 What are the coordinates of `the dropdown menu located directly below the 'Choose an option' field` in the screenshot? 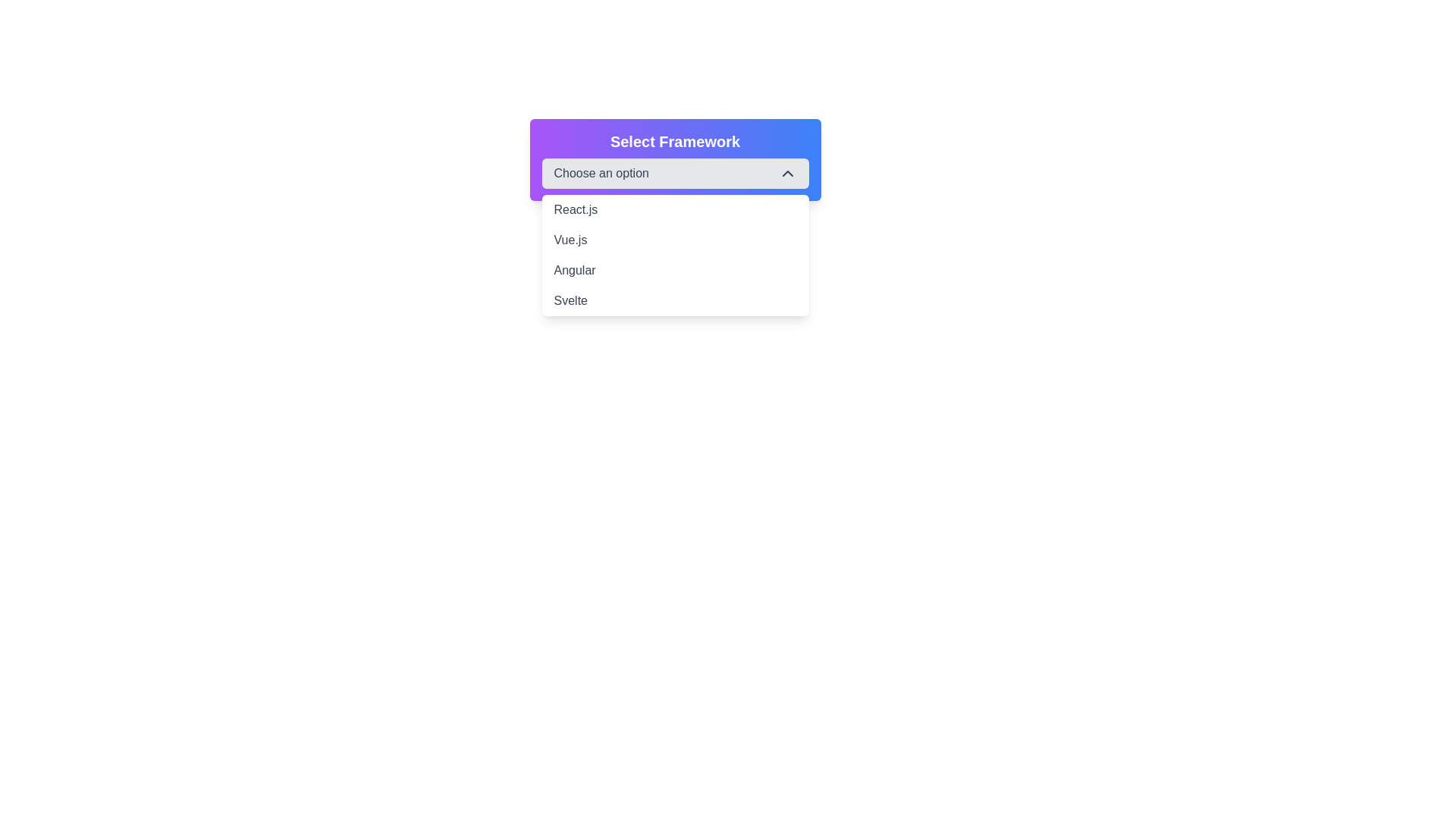 It's located at (674, 254).